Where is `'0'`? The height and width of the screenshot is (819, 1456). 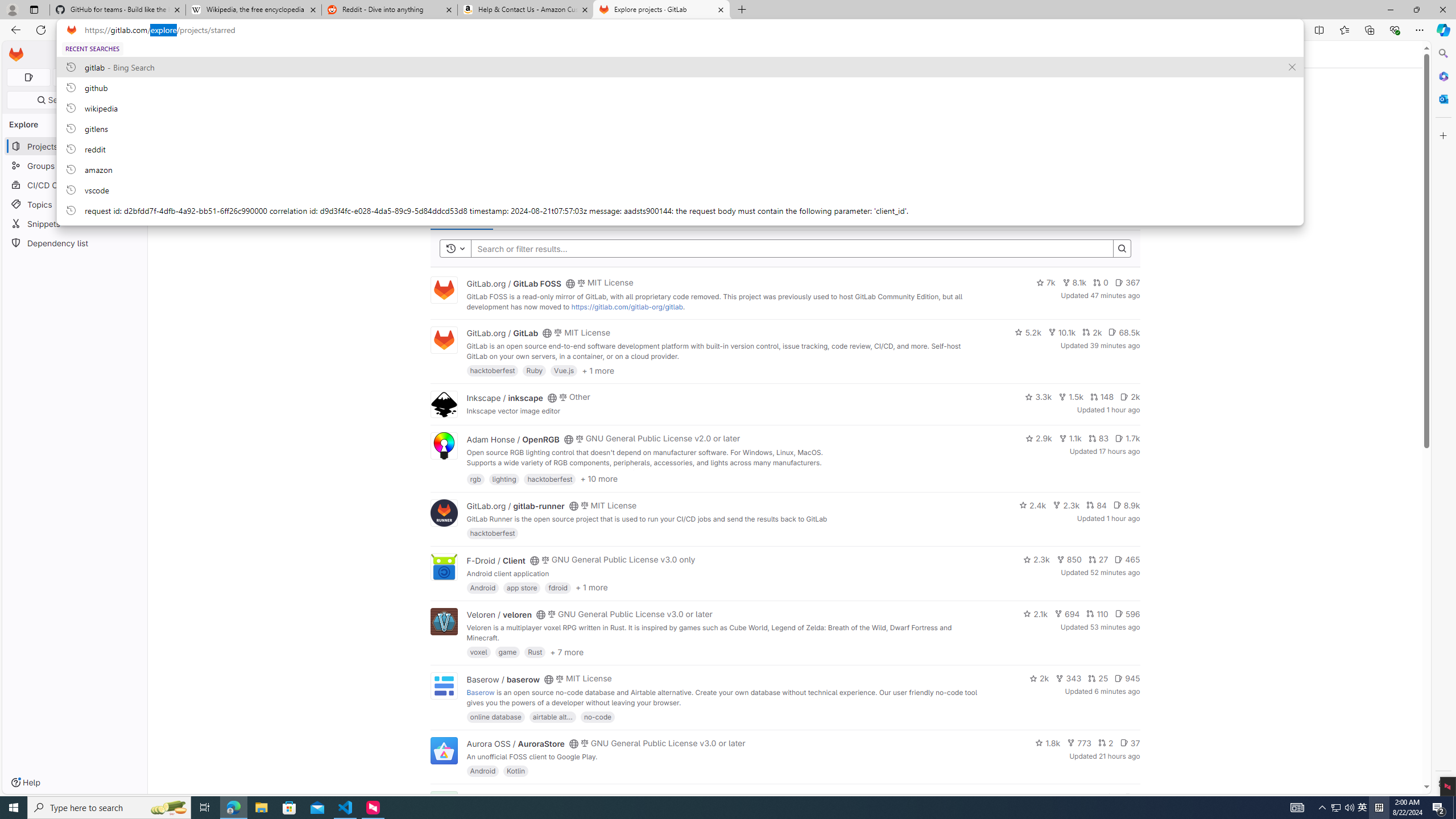
'0' is located at coordinates (1101, 283).